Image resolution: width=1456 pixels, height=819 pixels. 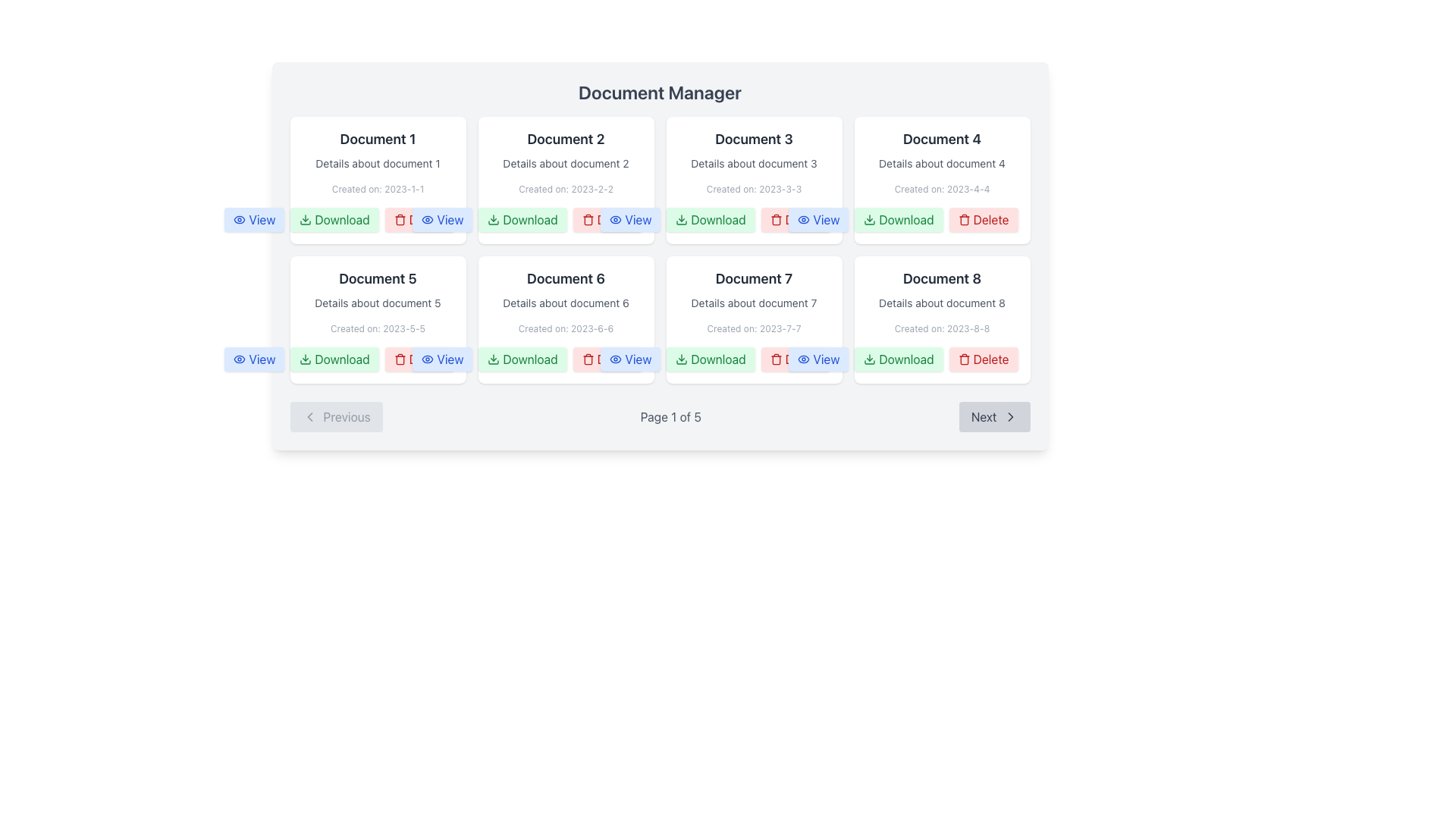 I want to click on the delete button represented by the trash can icon, which is styled with a red fill color and is part of the third button group in the Document Manager interface, so click(x=963, y=221).